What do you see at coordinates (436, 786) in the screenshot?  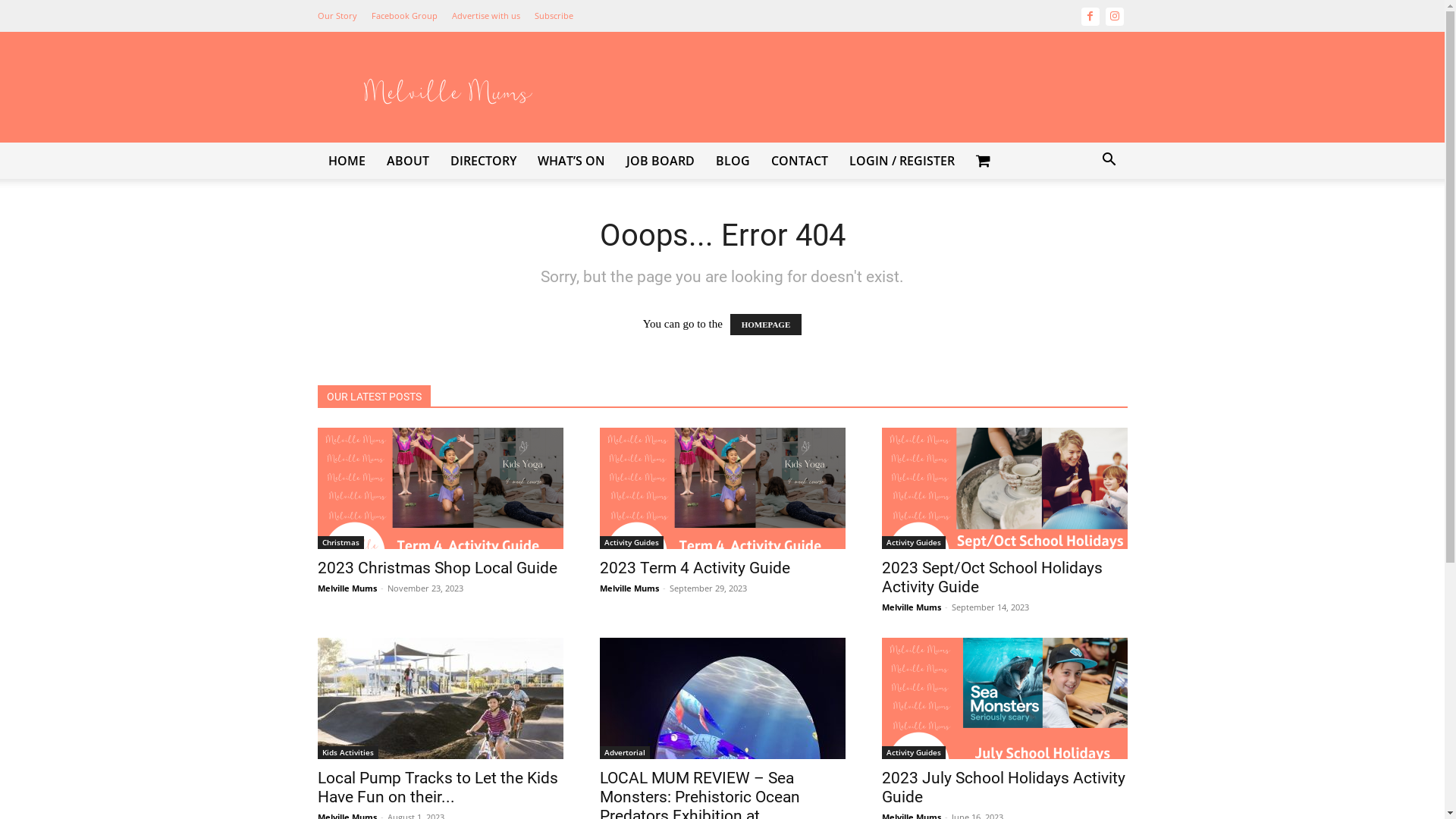 I see `'Local Pump Tracks to Let the Kids Have Fun on their...'` at bounding box center [436, 786].